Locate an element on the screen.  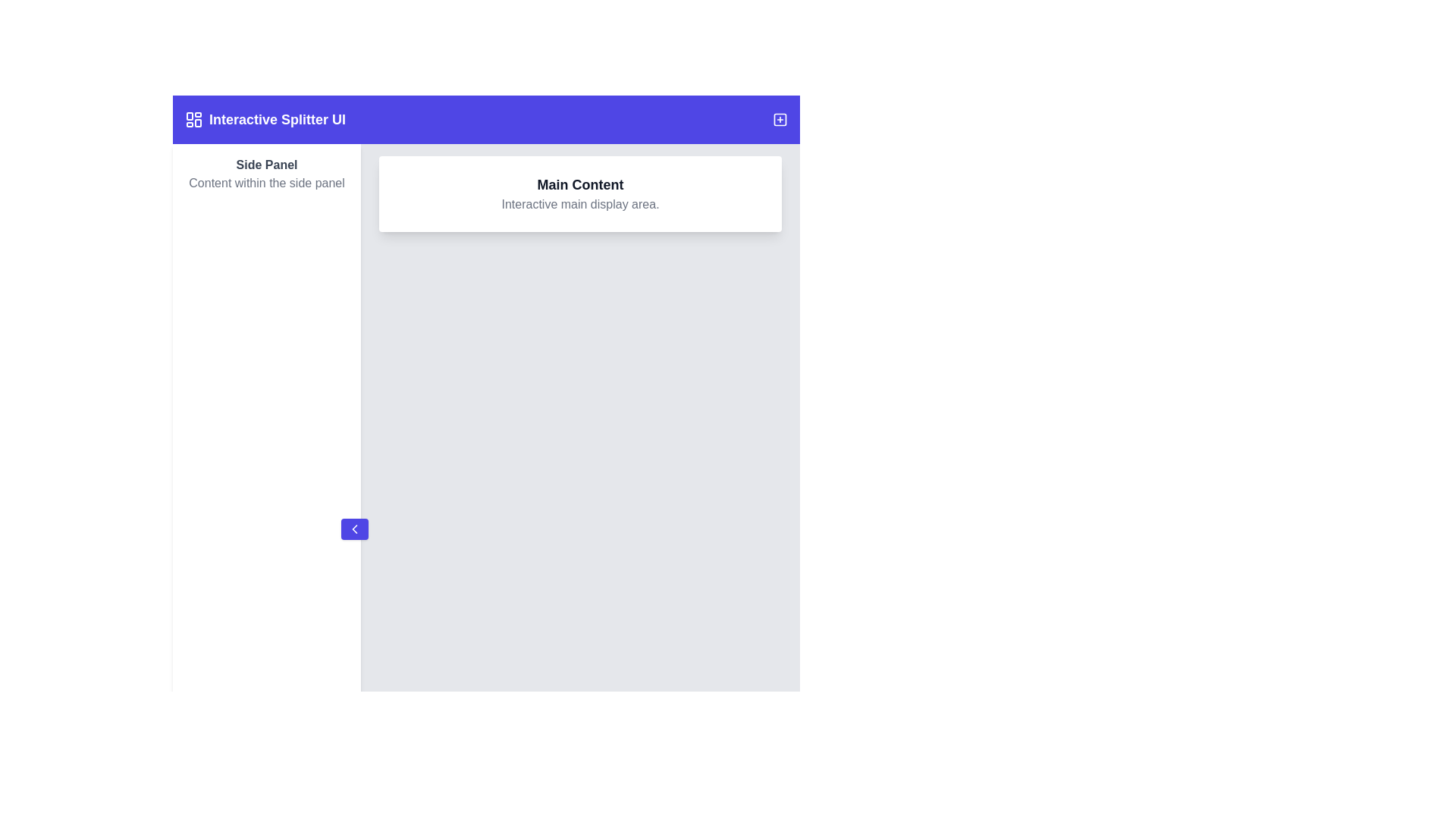
the icon located at the top-left corner of the interface, preceding the text 'Interactive Splitter UI' is located at coordinates (193, 119).